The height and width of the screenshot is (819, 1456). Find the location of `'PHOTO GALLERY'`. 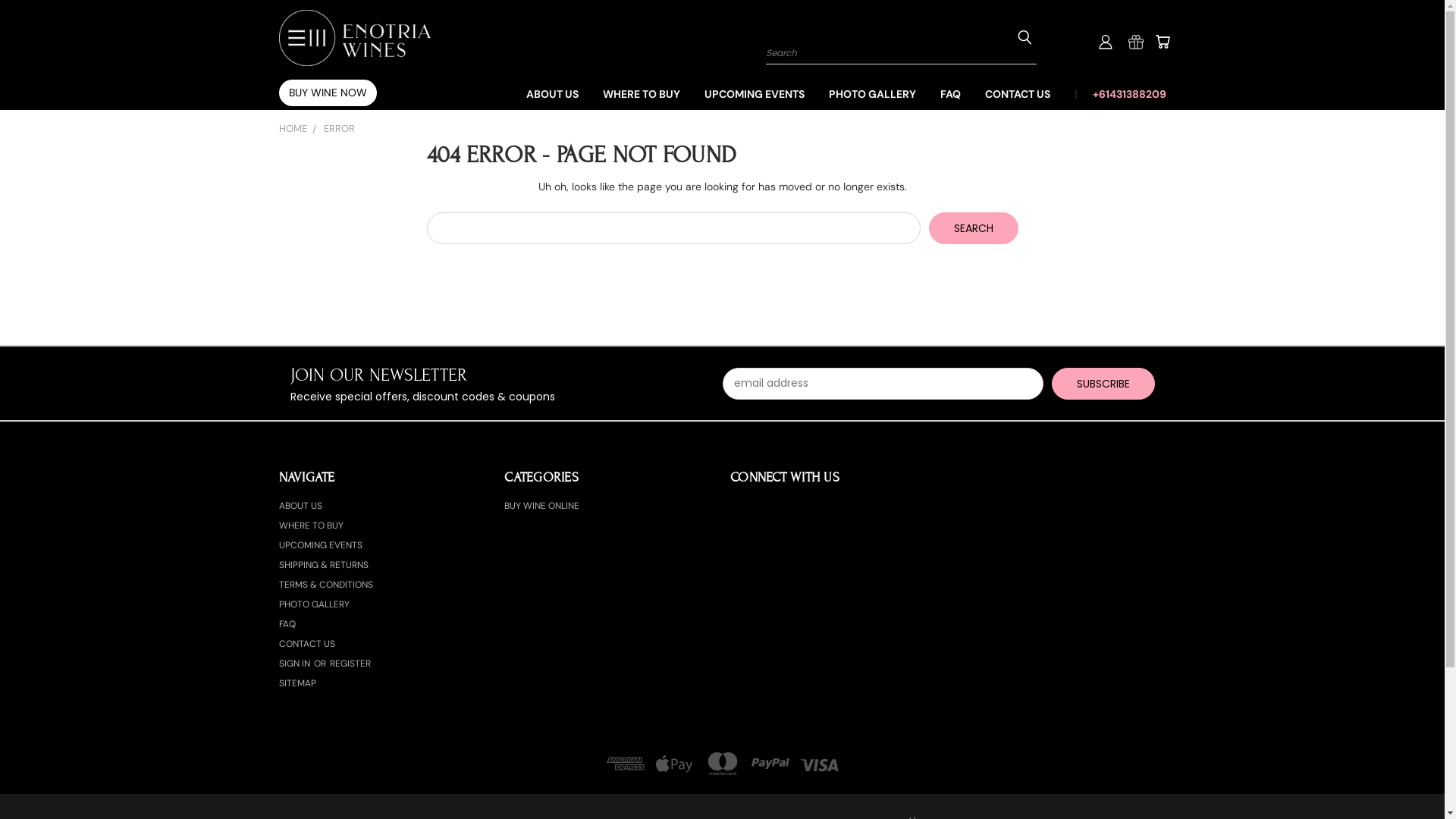

'PHOTO GALLERY' is located at coordinates (279, 607).